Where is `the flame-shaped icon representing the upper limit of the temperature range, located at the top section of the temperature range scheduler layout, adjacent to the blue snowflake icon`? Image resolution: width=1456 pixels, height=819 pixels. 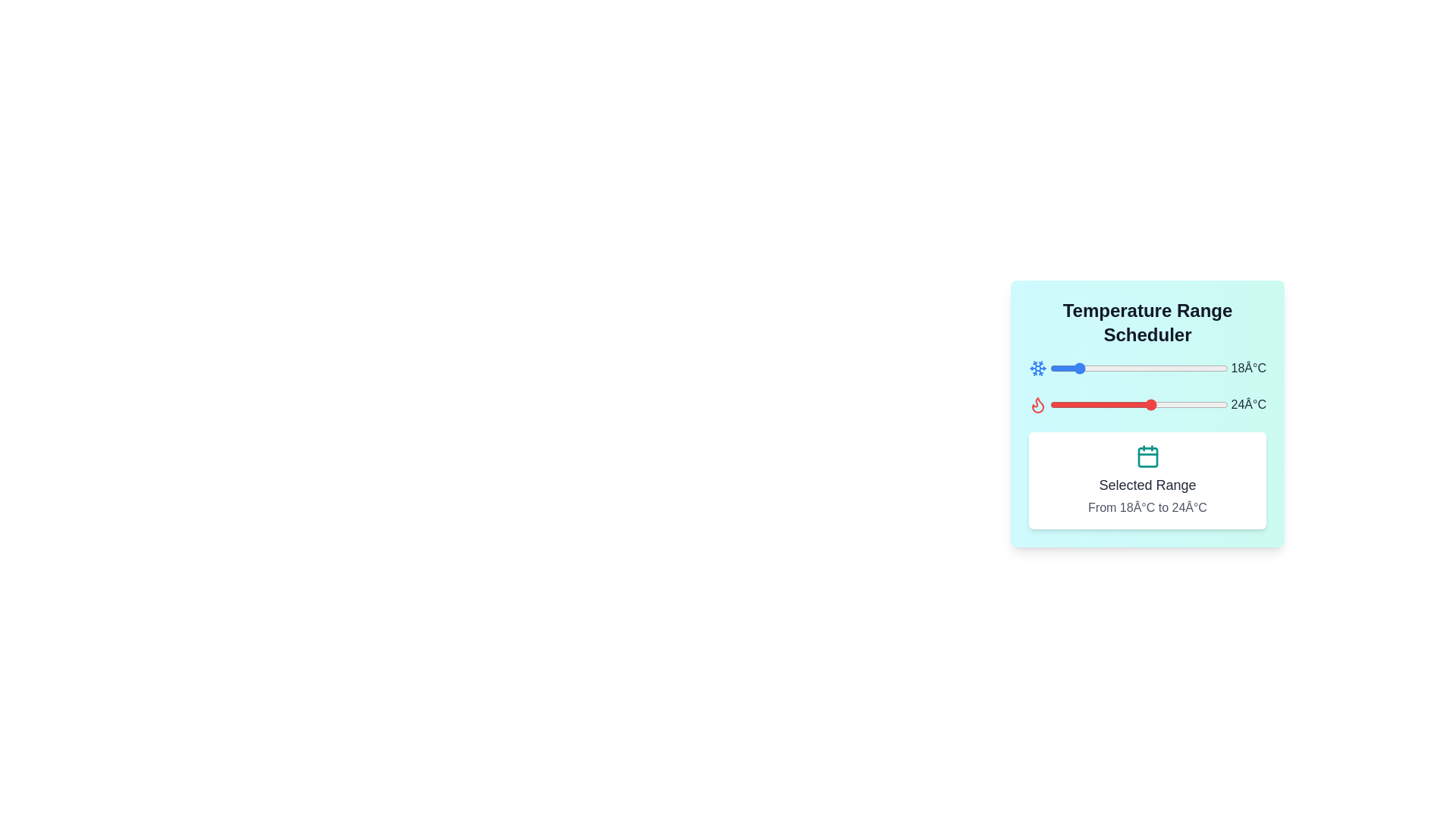 the flame-shaped icon representing the upper limit of the temperature range, located at the top section of the temperature range scheduler layout, adjacent to the blue snowflake icon is located at coordinates (1037, 404).